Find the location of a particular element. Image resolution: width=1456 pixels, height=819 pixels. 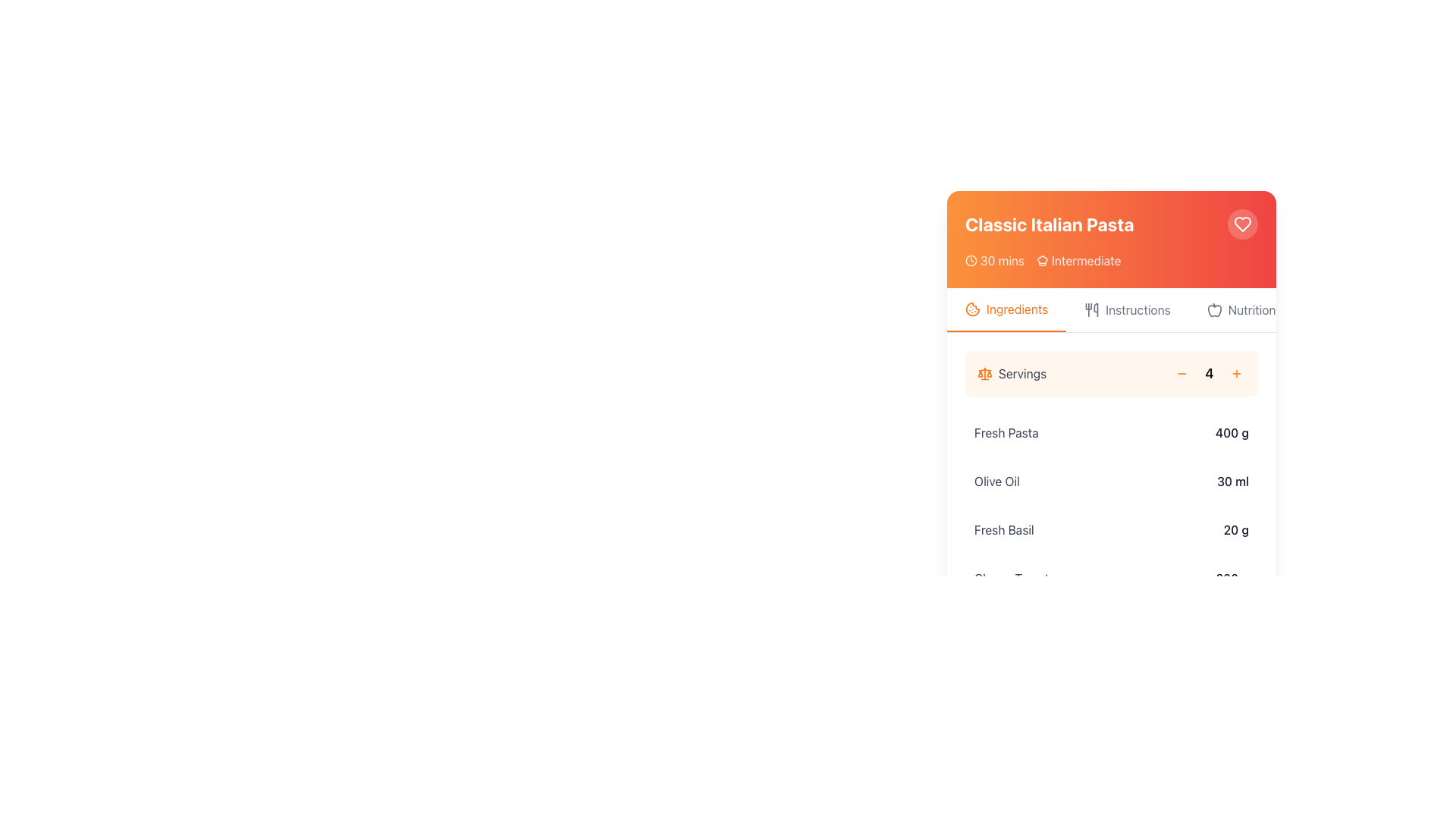

the decorative icon resembling a fork and spoon is located at coordinates (1092, 309).